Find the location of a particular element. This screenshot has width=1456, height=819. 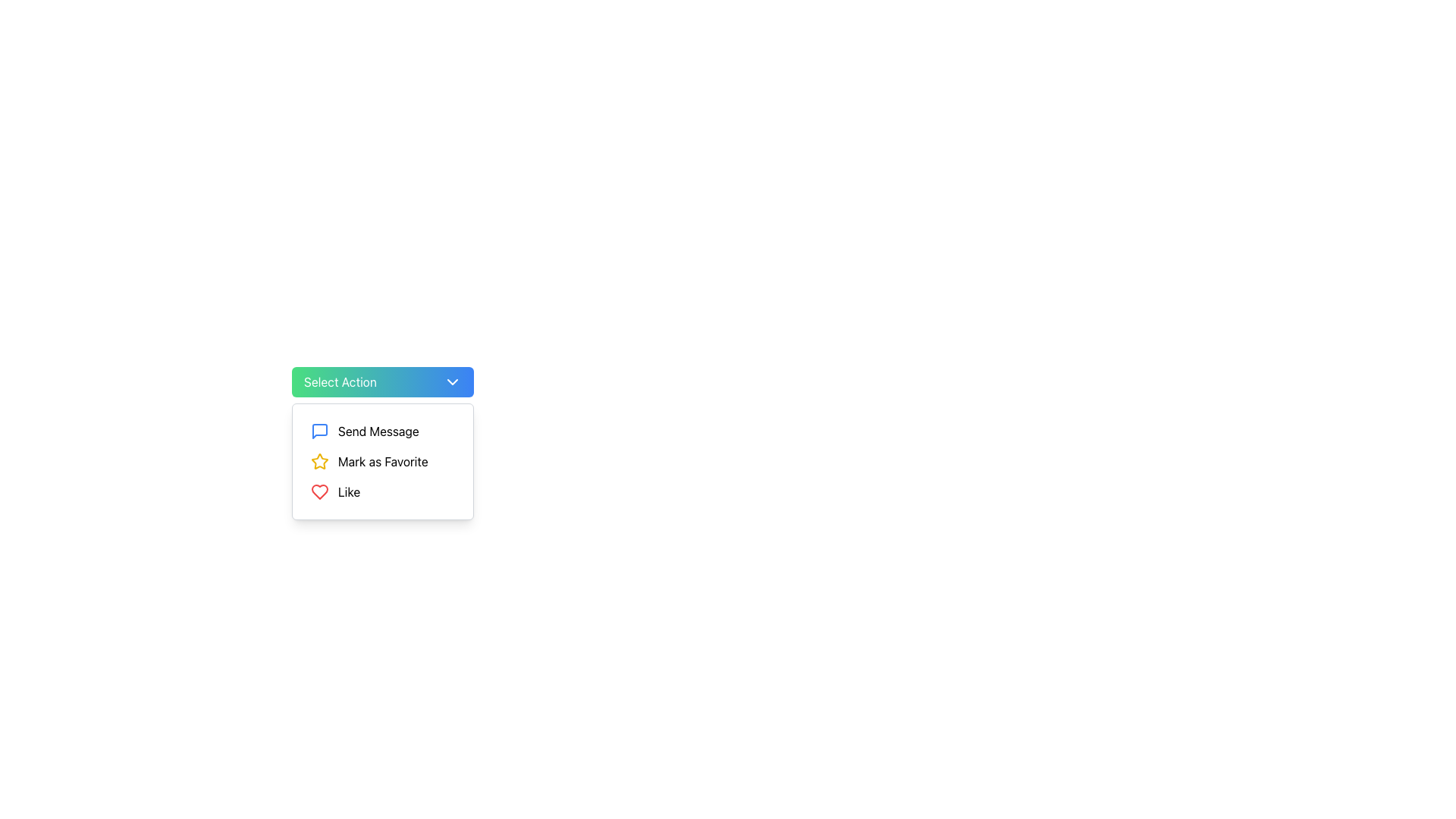

the 'Send Message' icon located in the dropdown menu, which is positioned to the left of the text 'Send Message' is located at coordinates (319, 431).